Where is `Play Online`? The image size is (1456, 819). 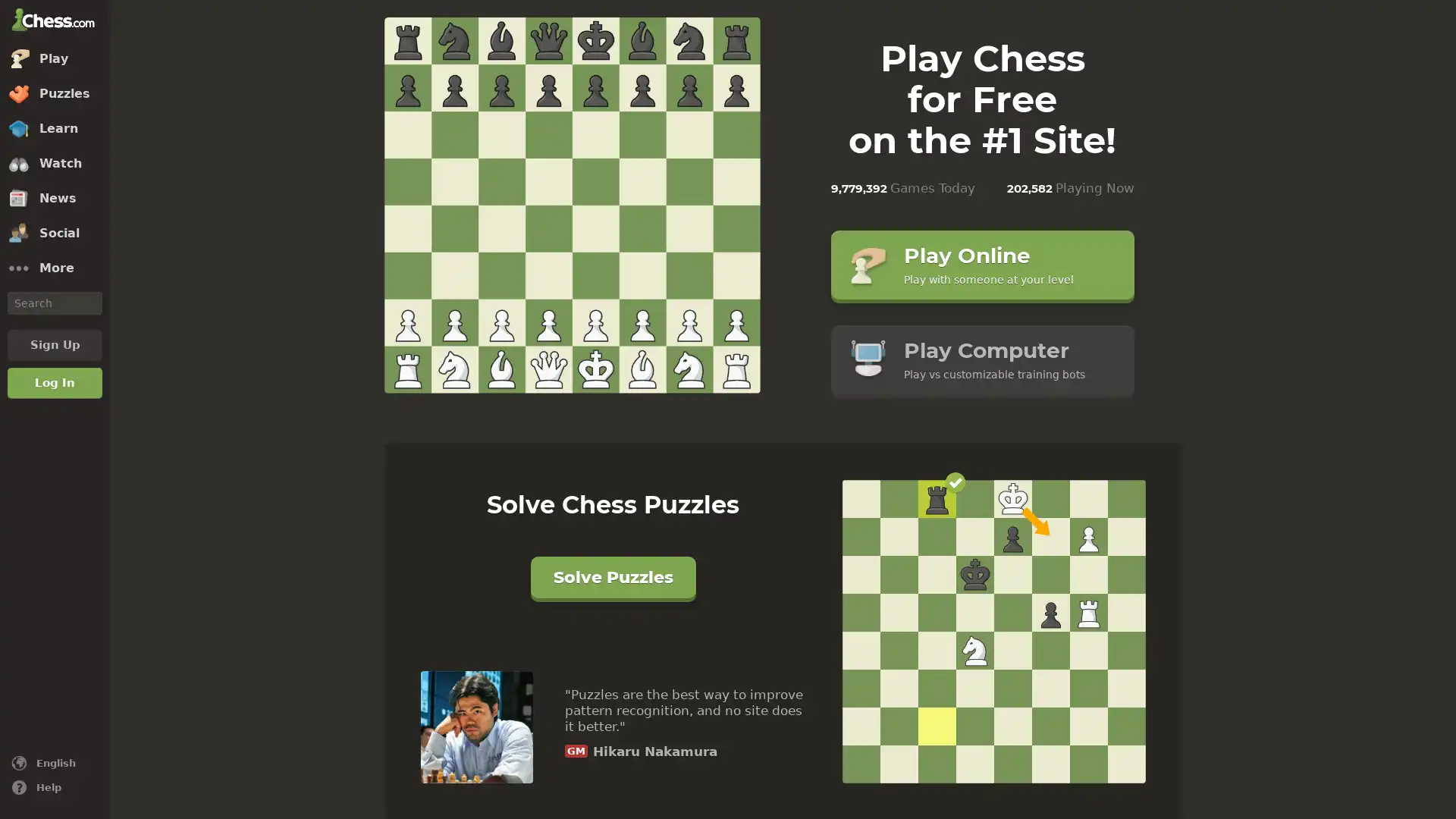 Play Online is located at coordinates (570, 206).